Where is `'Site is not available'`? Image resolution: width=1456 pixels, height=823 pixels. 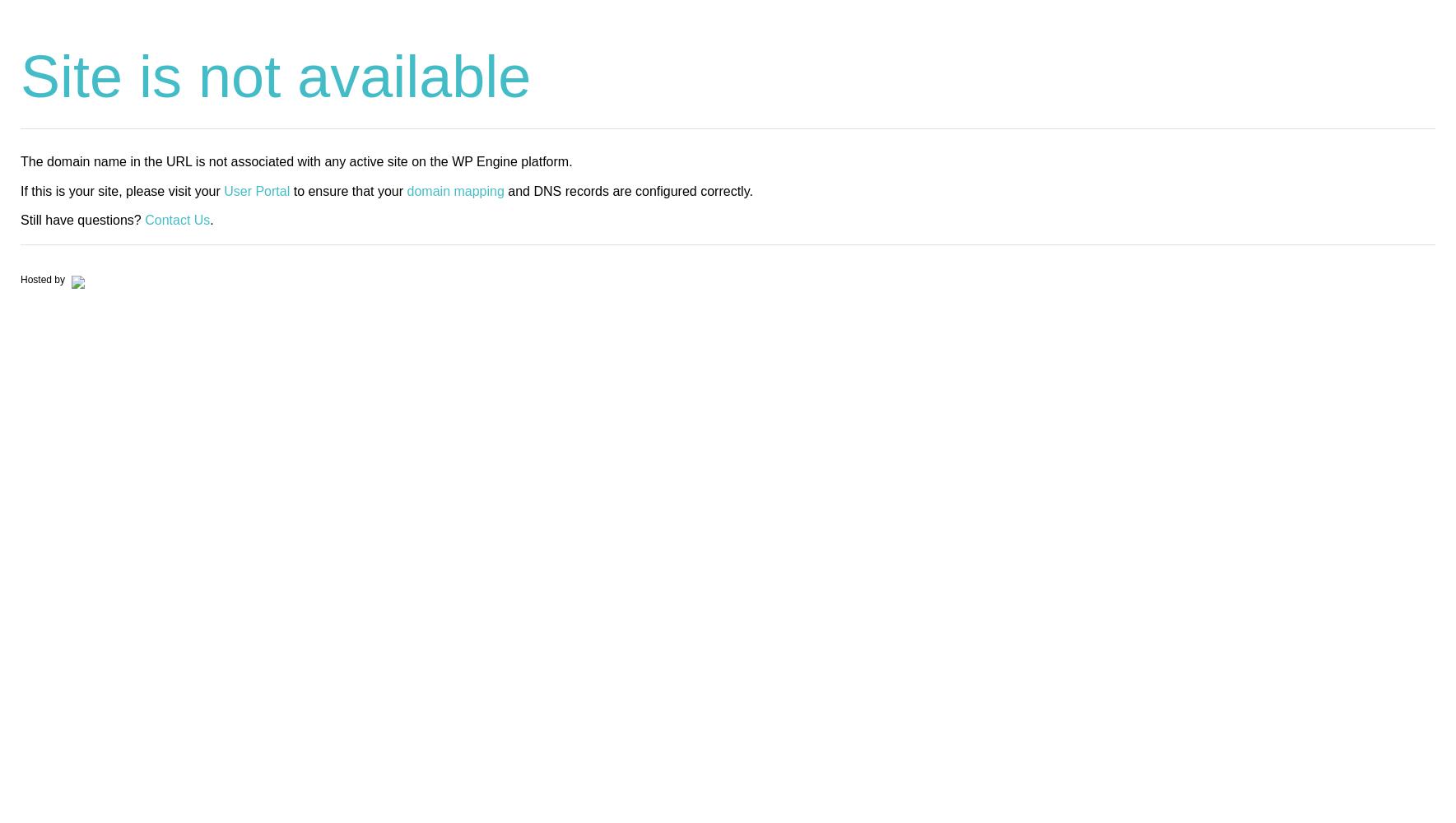
'Site is not available' is located at coordinates (19, 76).